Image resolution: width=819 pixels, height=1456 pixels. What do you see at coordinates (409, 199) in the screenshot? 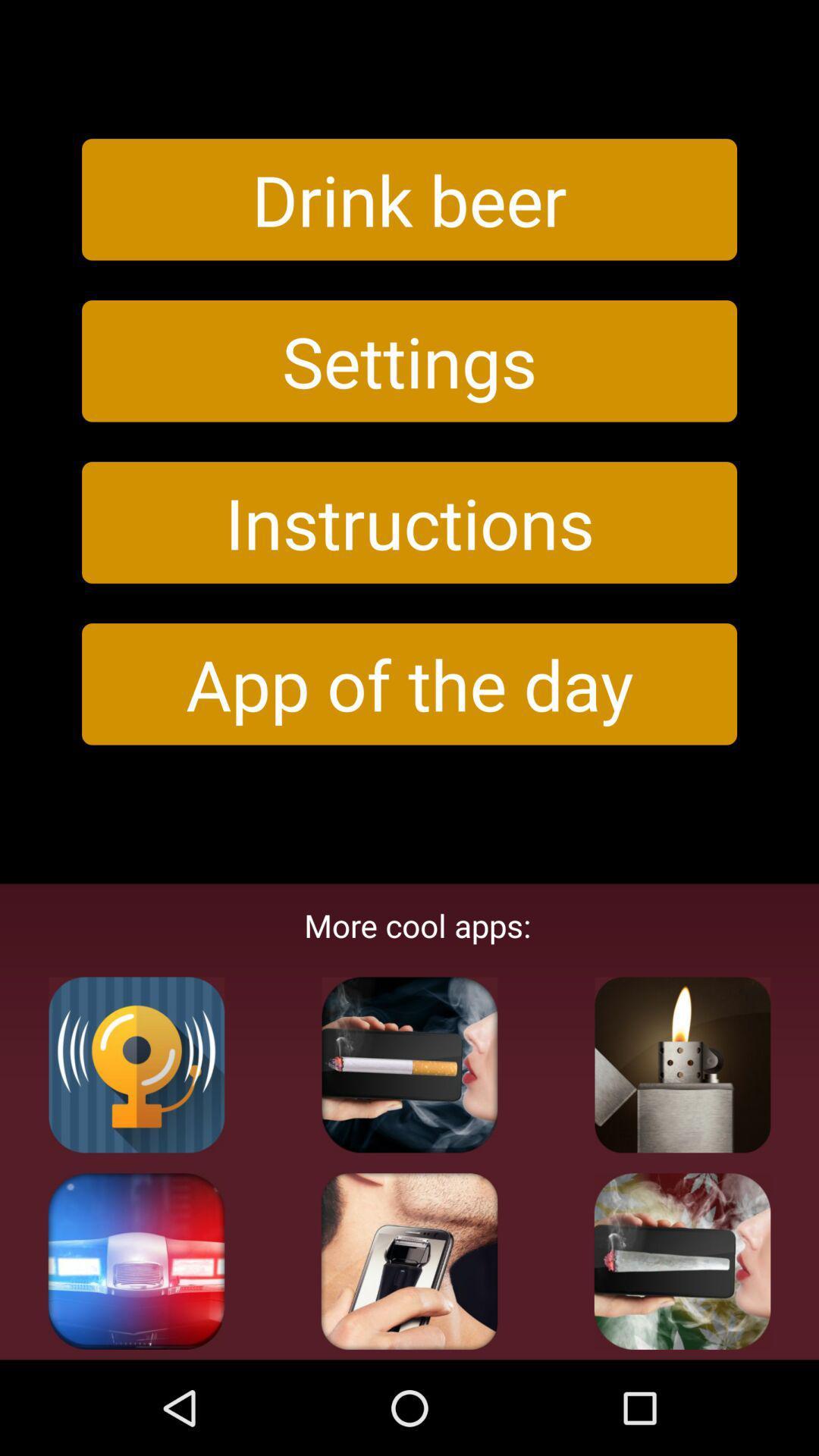
I see `drink beer item` at bounding box center [409, 199].